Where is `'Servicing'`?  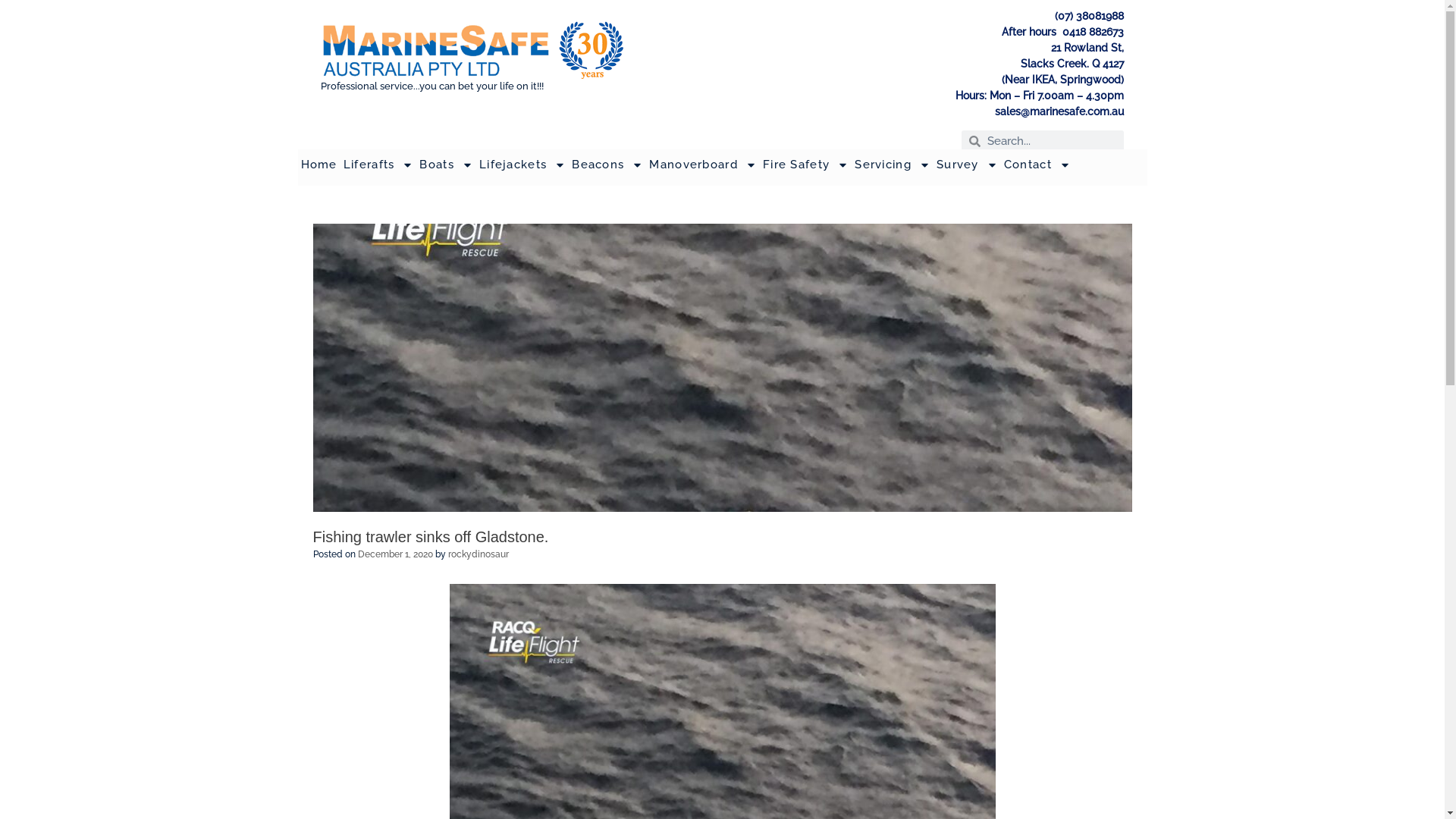
'Servicing' is located at coordinates (852, 165).